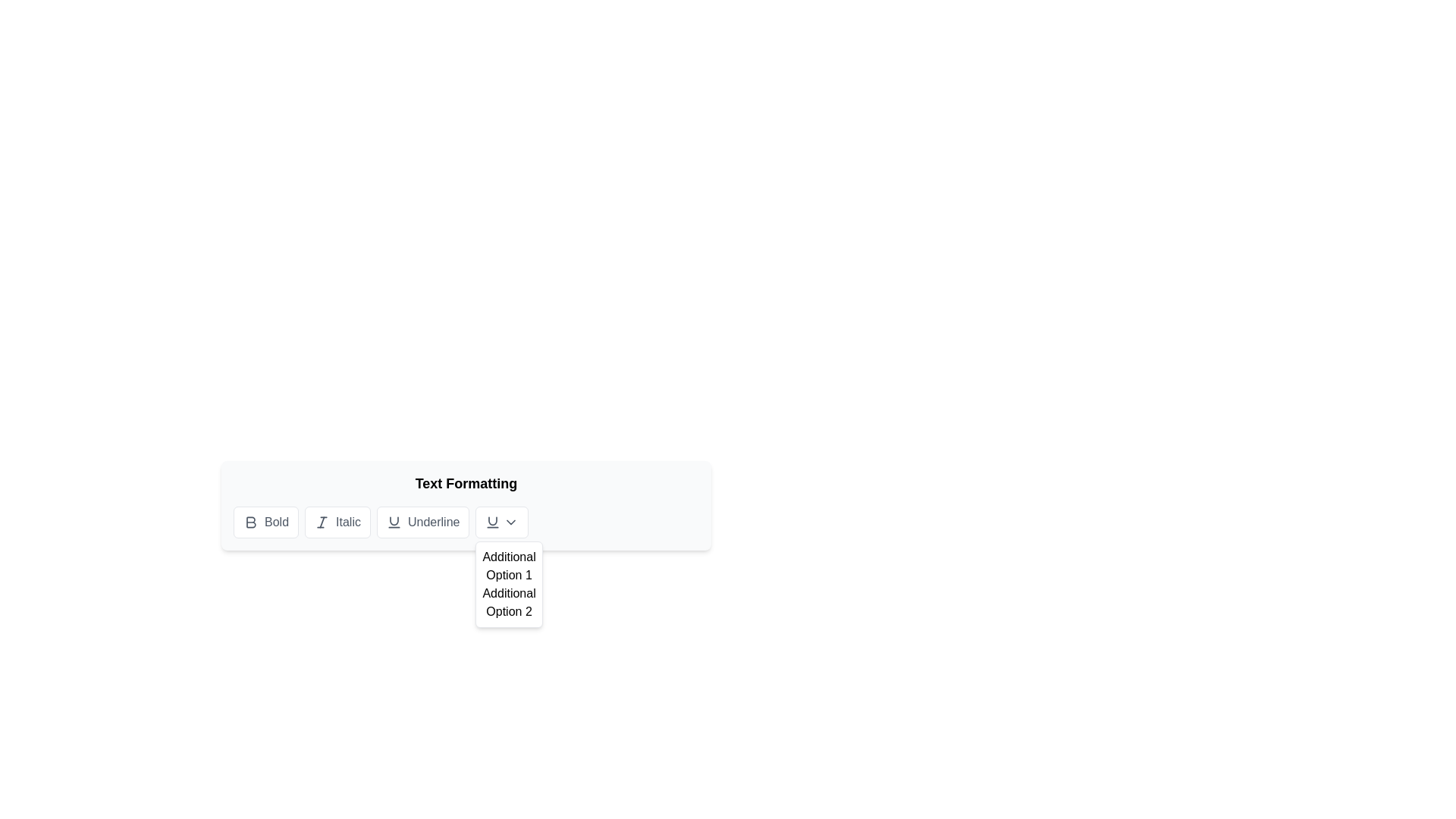  Describe the element at coordinates (251, 522) in the screenshot. I see `the bold text formatting icon located in the formatting toolbar` at that location.